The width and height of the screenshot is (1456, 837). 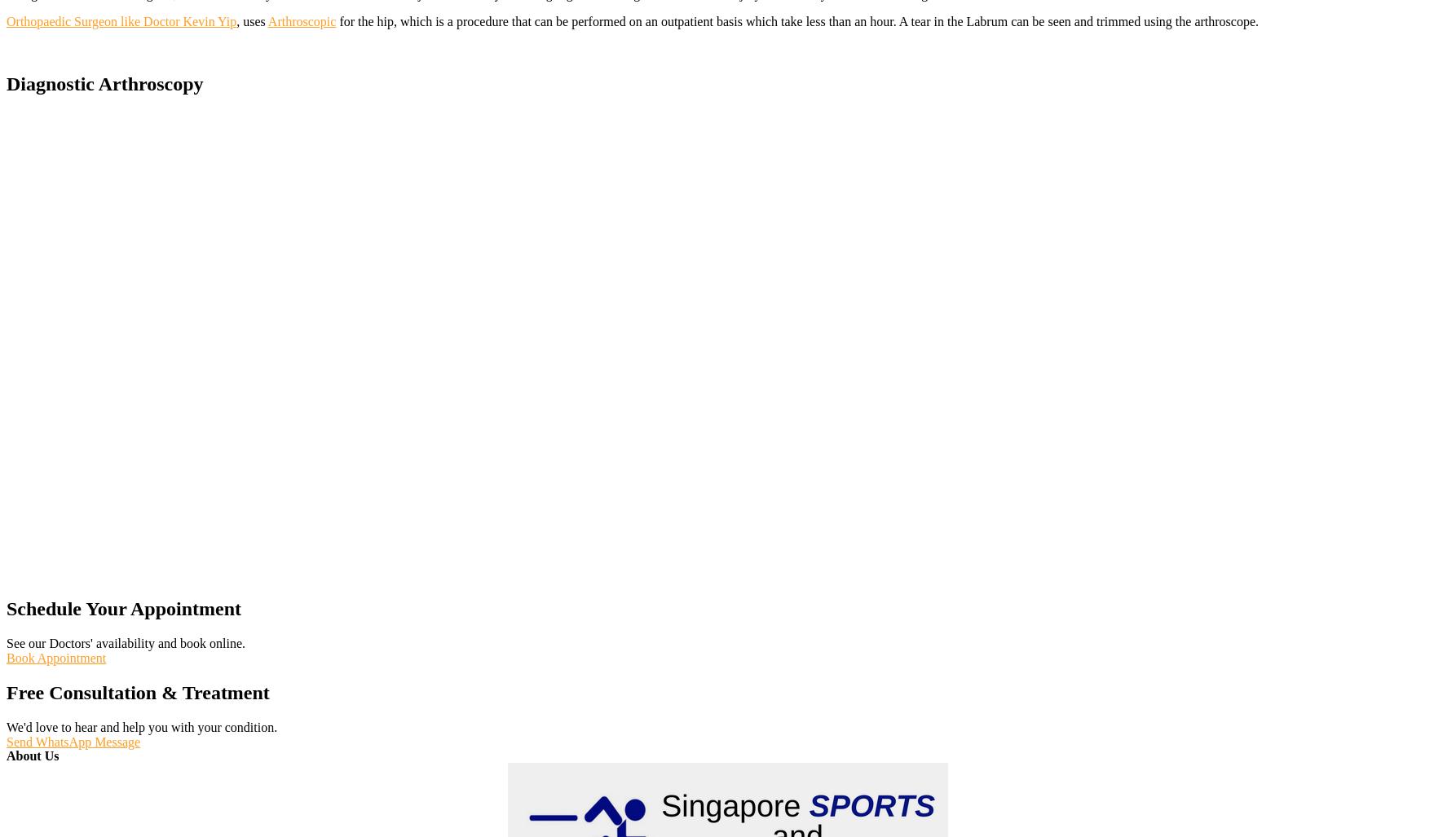 I want to click on 'Arthroscopic', so click(x=302, y=20).